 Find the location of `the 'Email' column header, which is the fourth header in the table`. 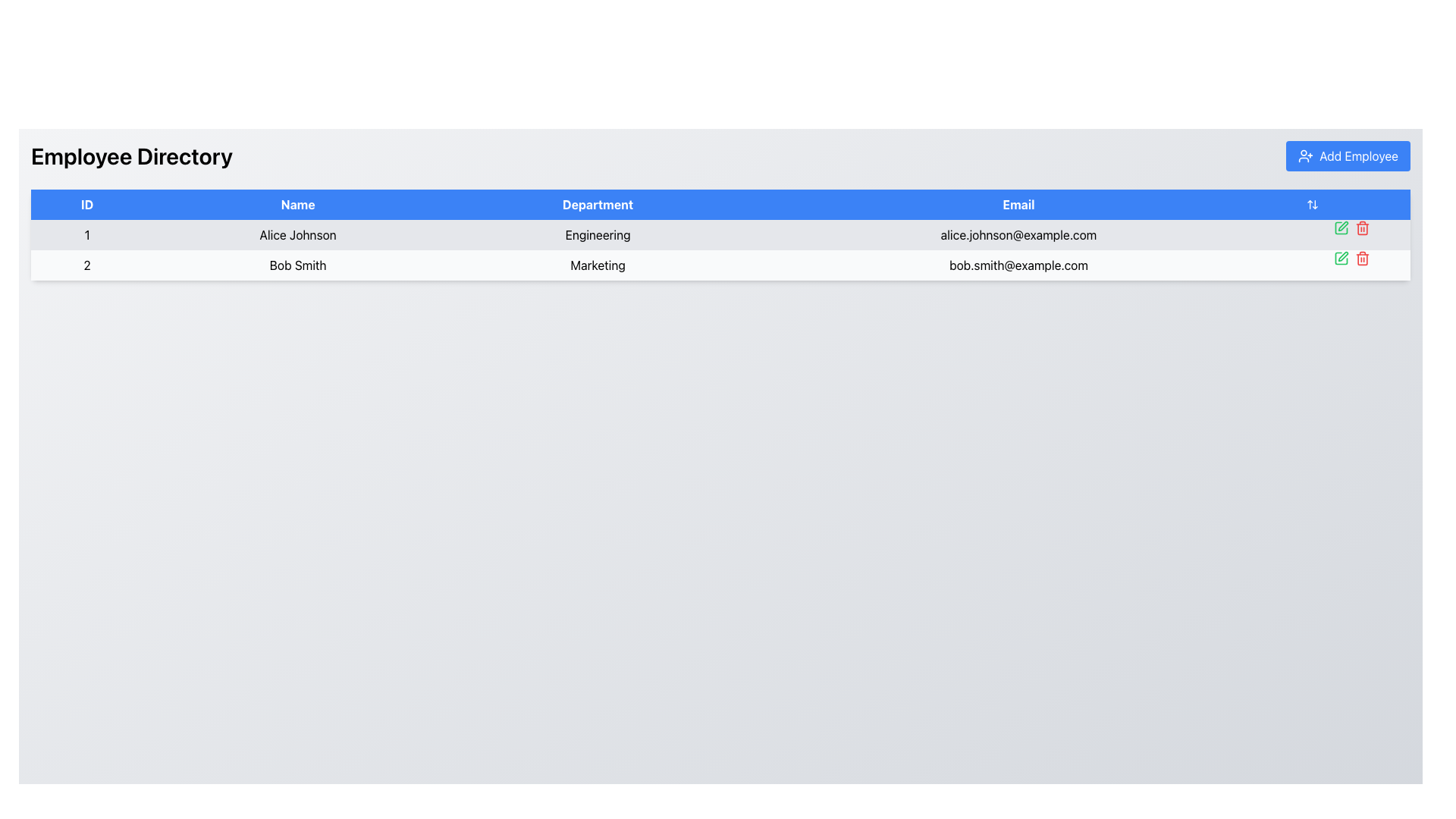

the 'Email' column header, which is the fourth header in the table is located at coordinates (1018, 205).